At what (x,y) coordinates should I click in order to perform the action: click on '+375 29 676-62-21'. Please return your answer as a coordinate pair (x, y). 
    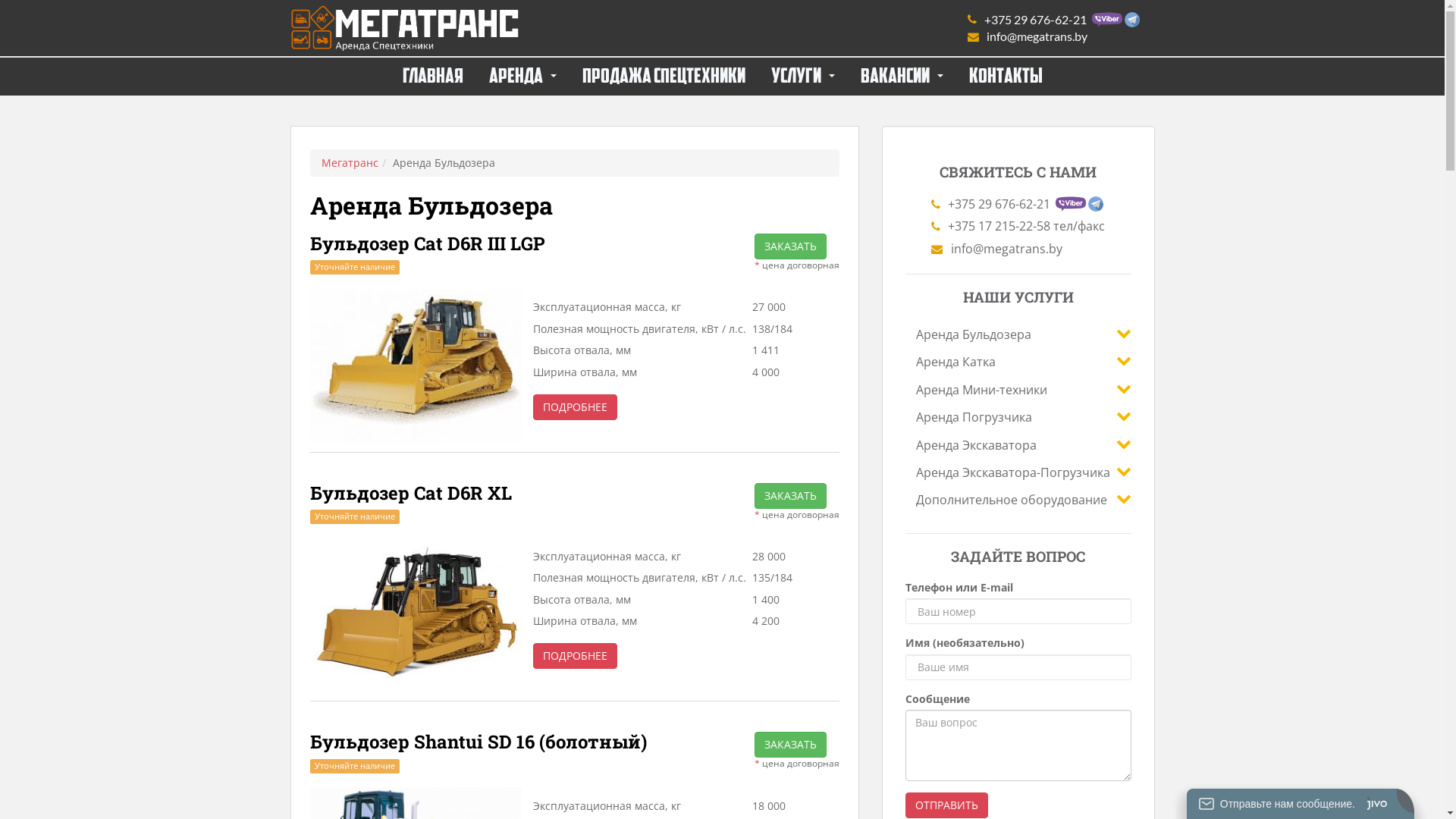
    Looking at the image, I should click on (930, 203).